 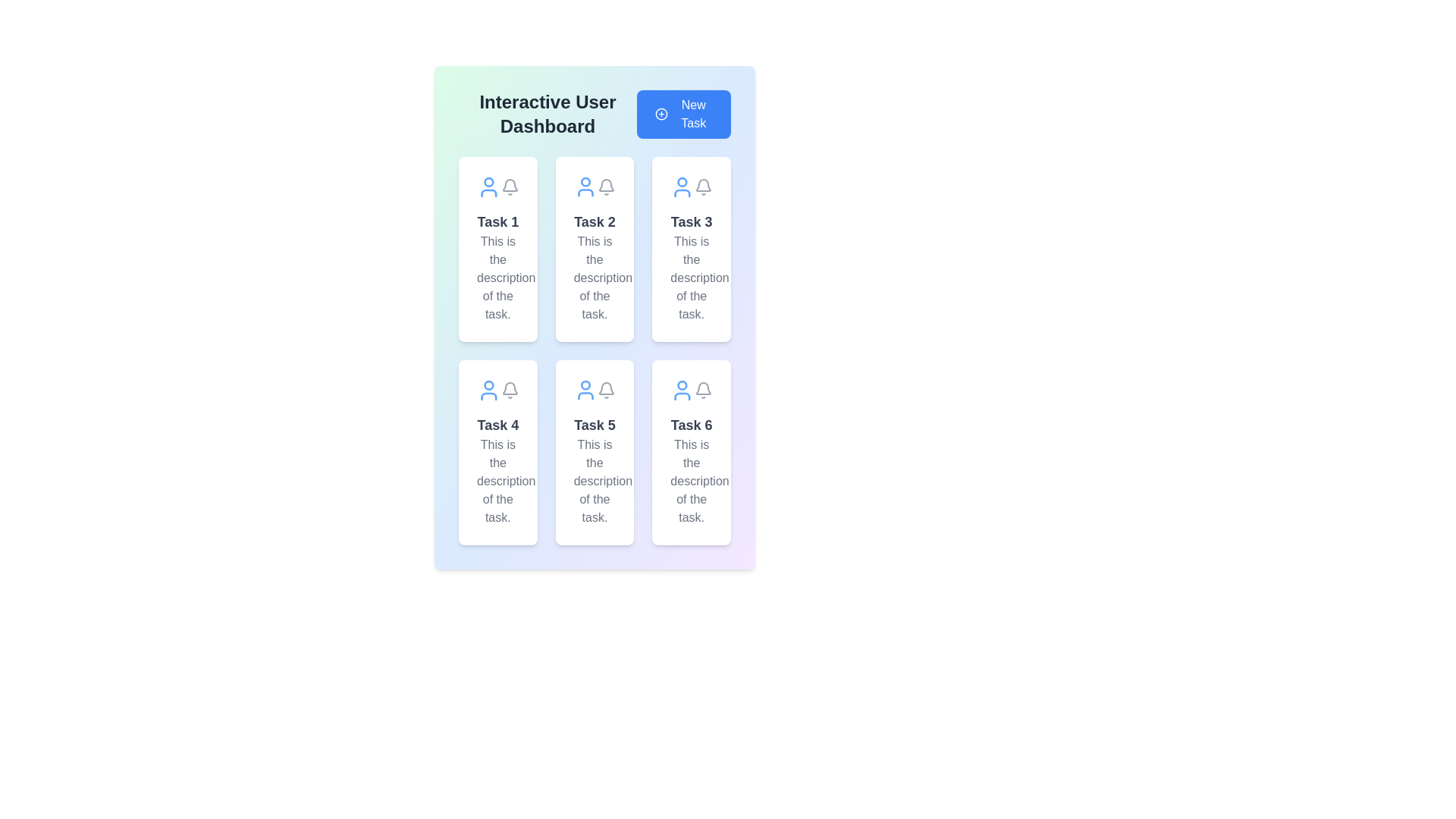 I want to click on the user profile icon, which has a circular head and rectangular body in blue, located in the top-left corner of the card titled 'Task 1', so click(x=488, y=186).